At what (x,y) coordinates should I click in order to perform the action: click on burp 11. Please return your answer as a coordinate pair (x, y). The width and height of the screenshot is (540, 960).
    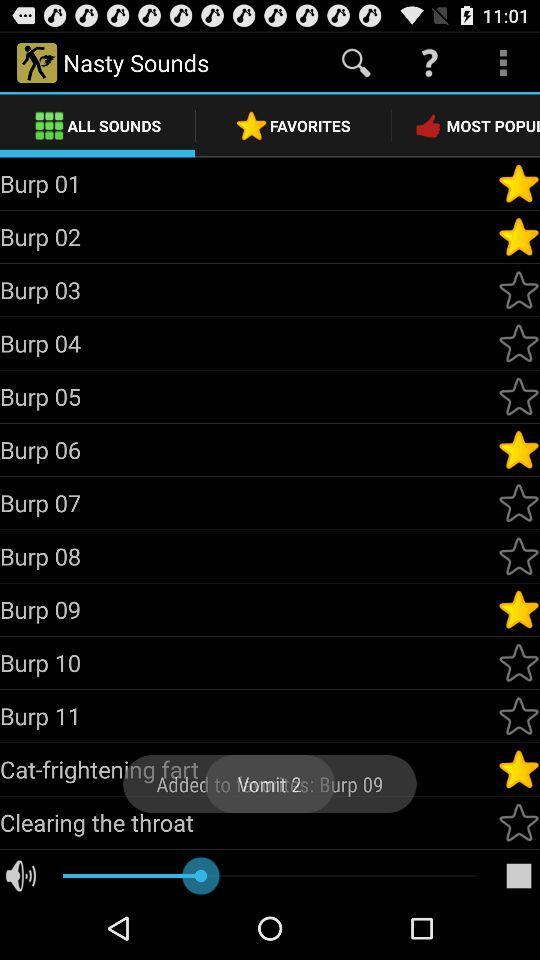
    Looking at the image, I should click on (518, 716).